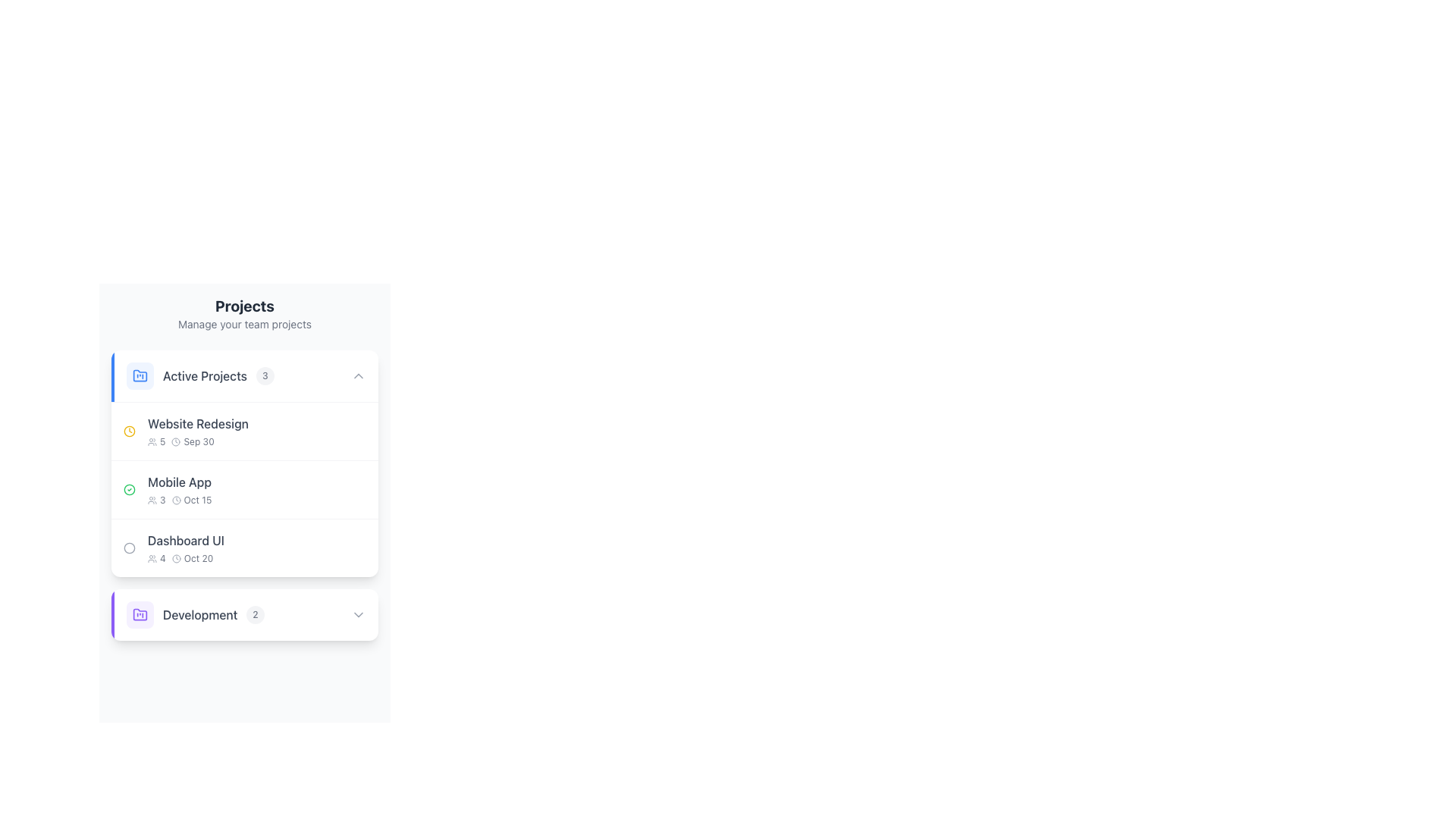 The width and height of the screenshot is (1456, 819). I want to click on the label for the project named 'Dashboard UI', which is the third item under 'Active Projects' in the project list, so click(184, 548).